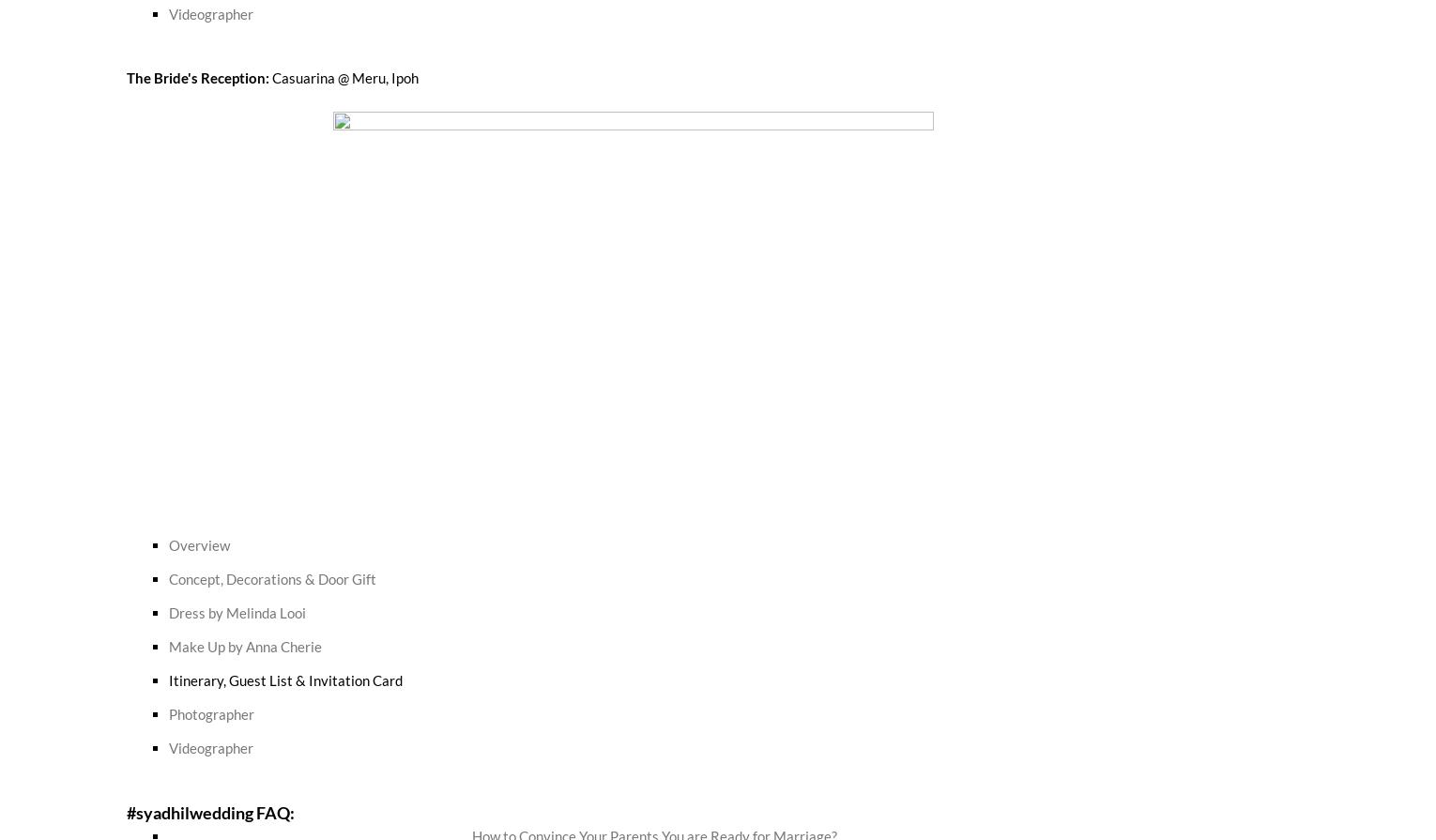 This screenshot has height=840, width=1436. Describe the element at coordinates (199, 76) in the screenshot. I see `'The Bride's Reception:'` at that location.